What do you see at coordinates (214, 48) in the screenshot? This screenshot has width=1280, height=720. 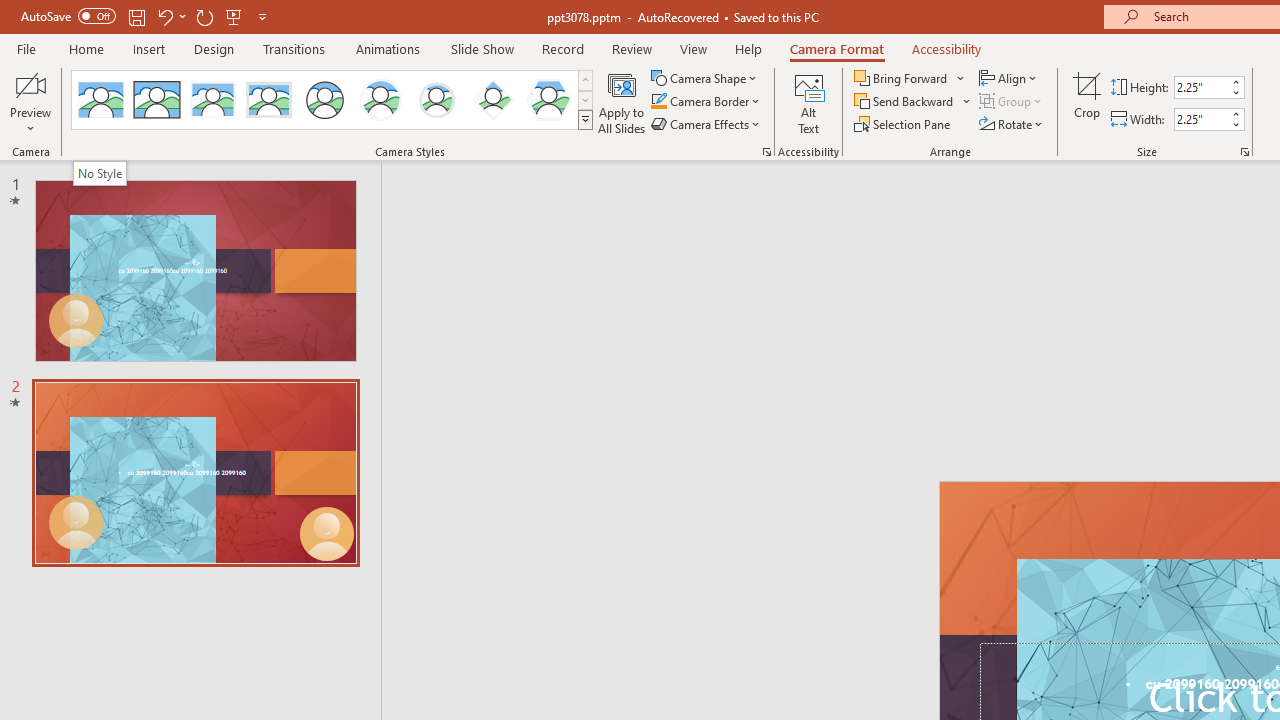 I see `'Design'` at bounding box center [214, 48].